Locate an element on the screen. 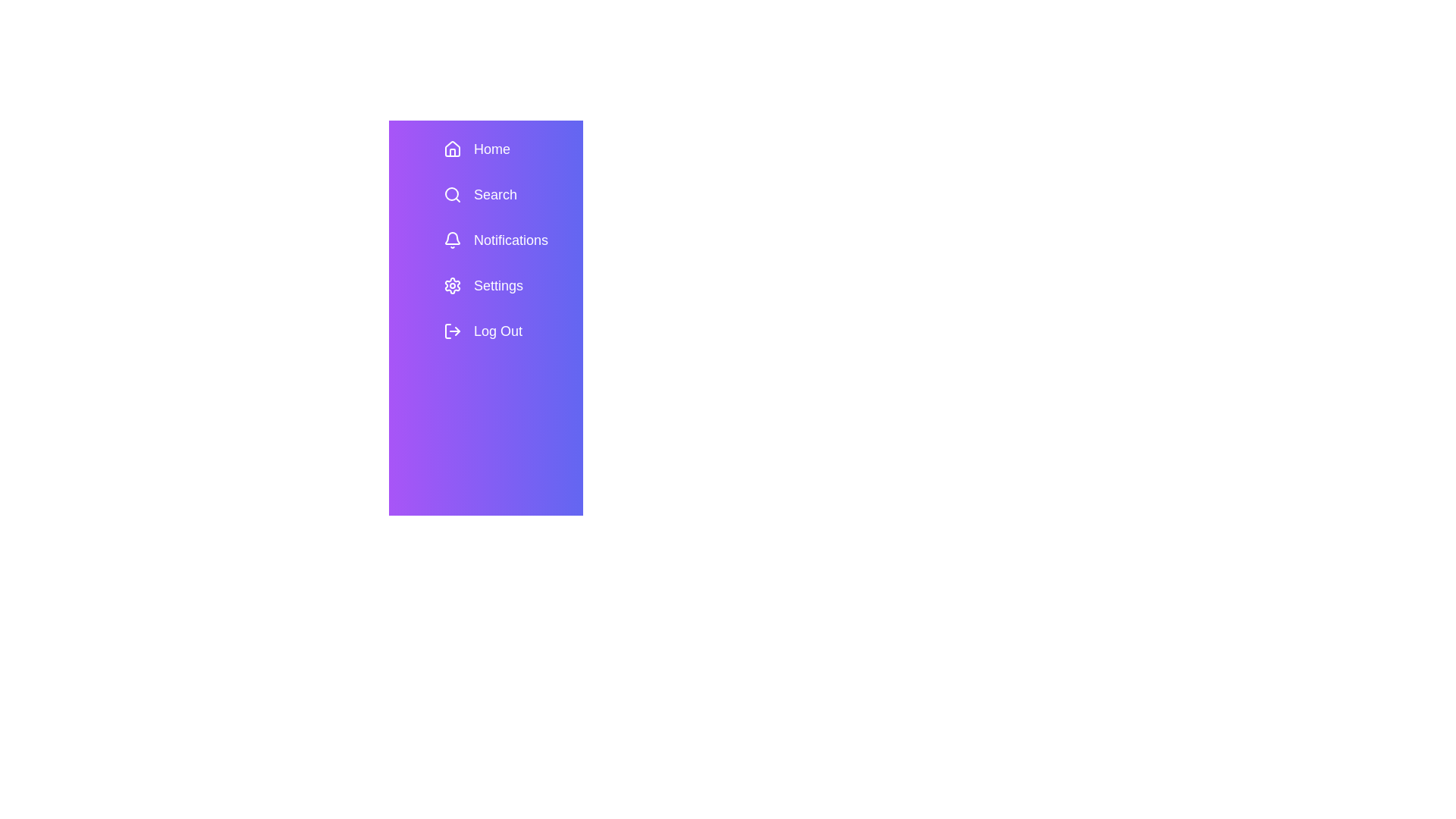 This screenshot has width=1456, height=819. the menu item Notifications to view its hover effect is located at coordinates (507, 239).